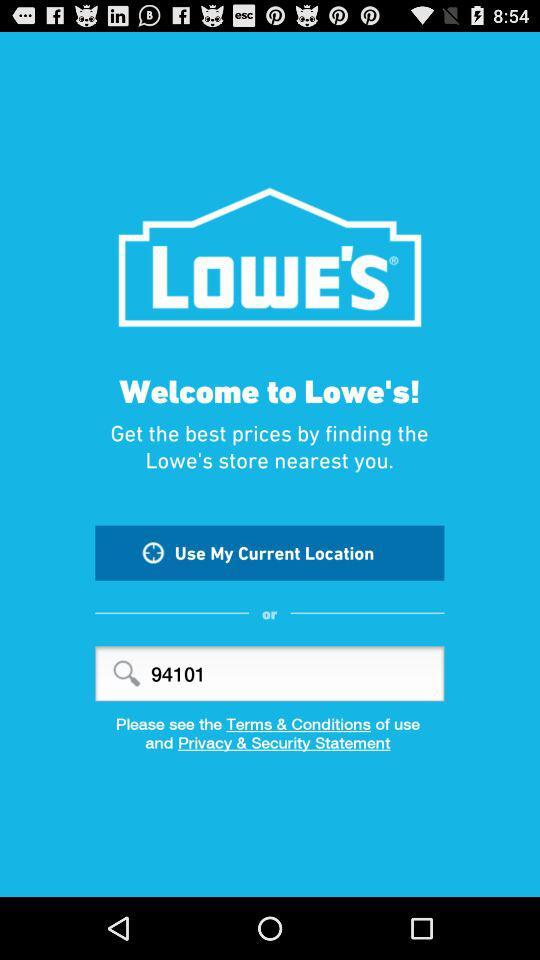 The height and width of the screenshot is (960, 540). Describe the element at coordinates (269, 552) in the screenshot. I see `icon above the or icon` at that location.